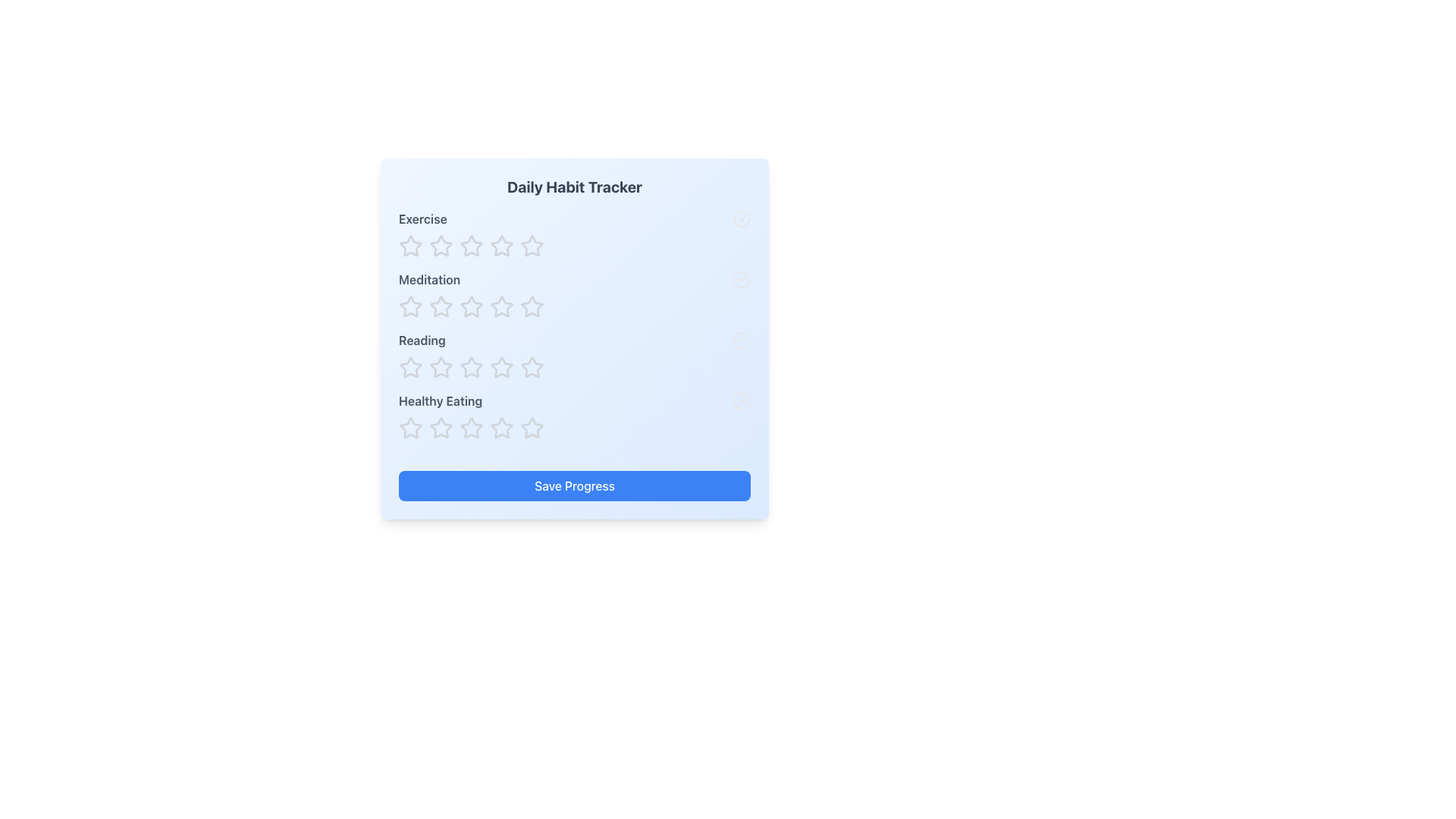 The width and height of the screenshot is (1456, 819). I want to click on the fourth interactive rating star icon in the row associated with 'Reading', which is located above the 'Save Progress' button in the habit tracker grid, so click(471, 368).